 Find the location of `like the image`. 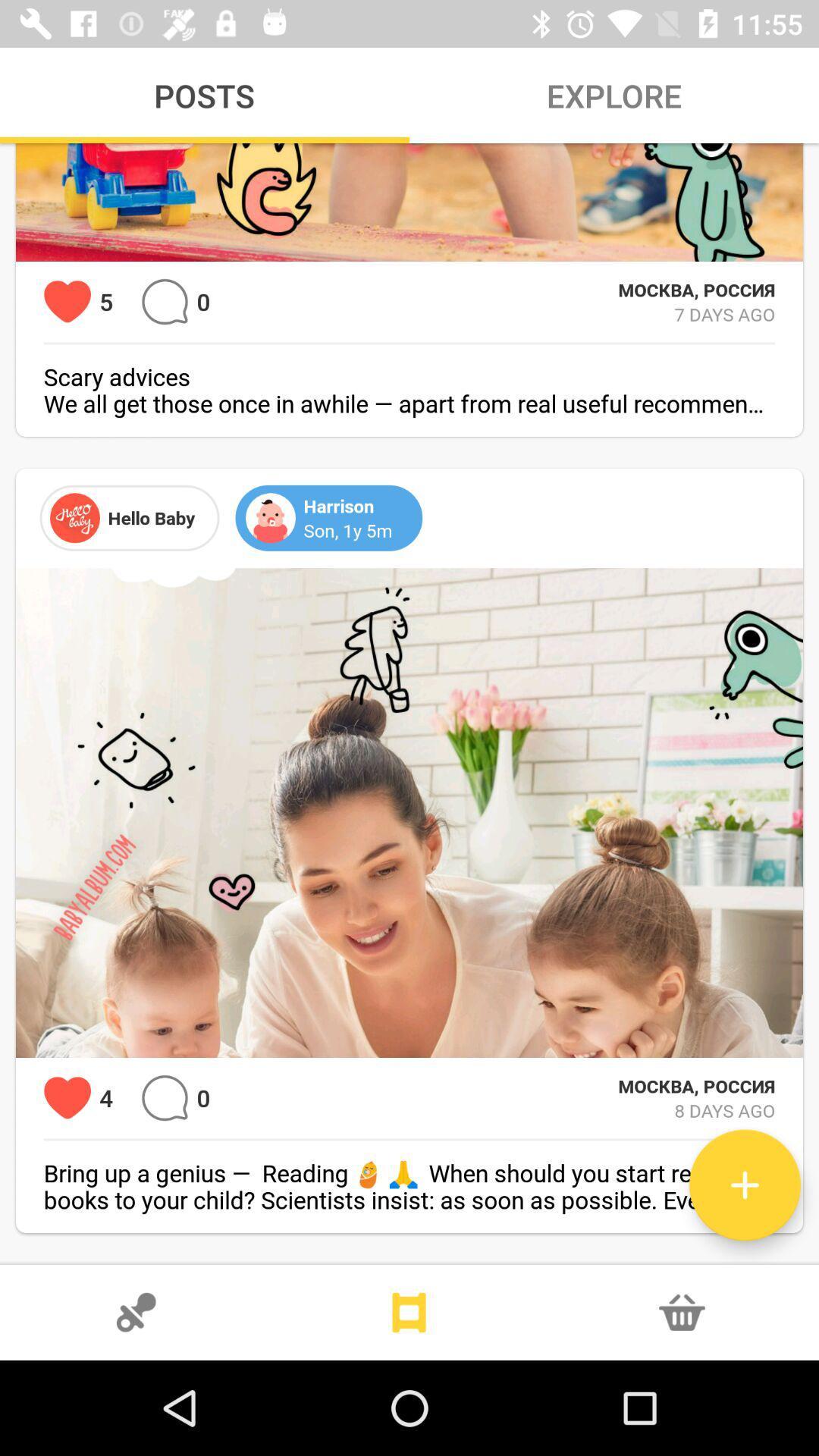

like the image is located at coordinates (67, 1098).